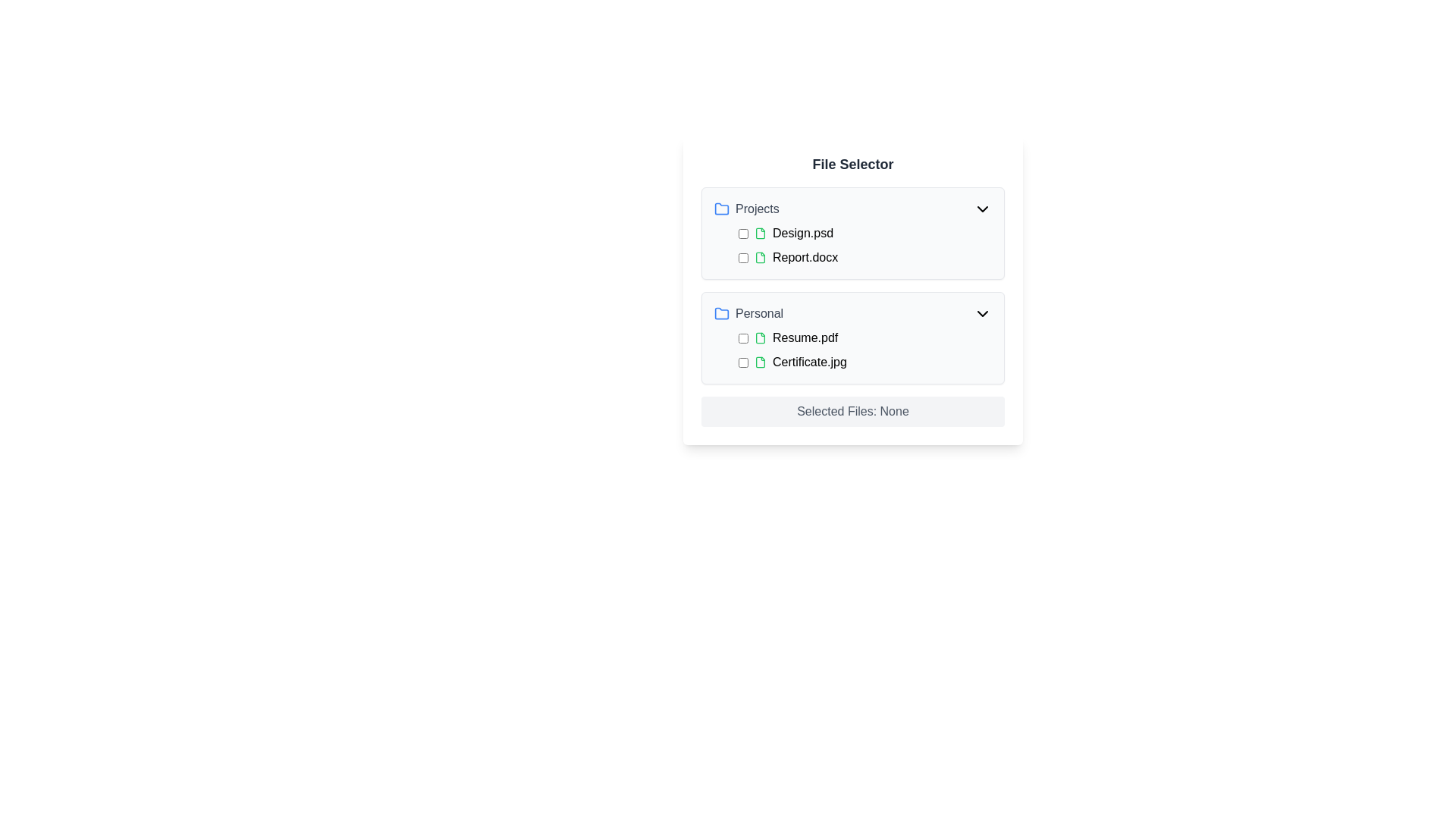  I want to click on the checkbox aligned to the left of 'Design.psd', so click(743, 234).